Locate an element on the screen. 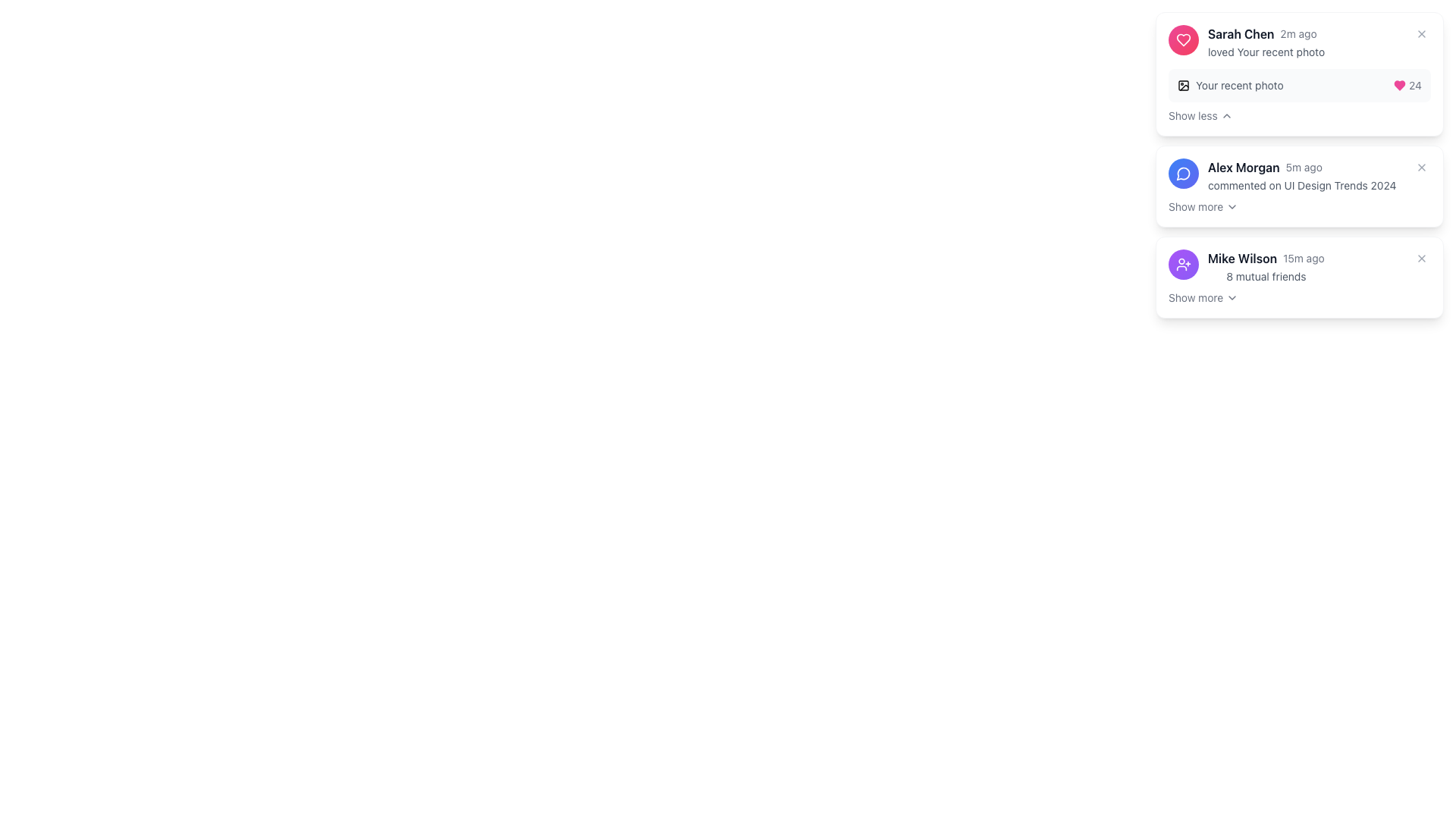 Image resolution: width=1456 pixels, height=819 pixels. the text label within the notification panel for 'Alex Morgan commented on UI Design Trends 2024' is located at coordinates (1195, 207).